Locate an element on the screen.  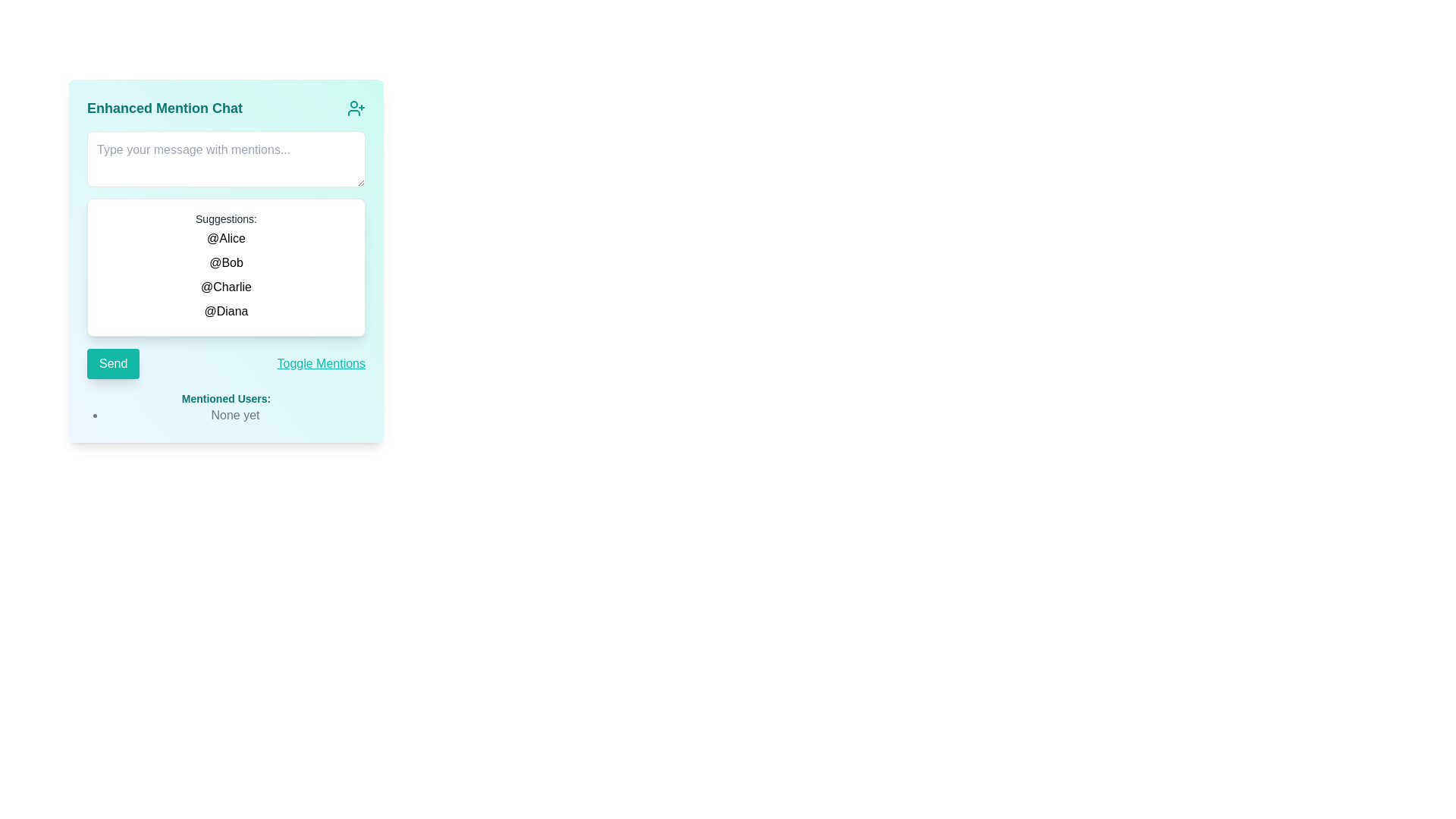
the text label 'Suggestions:' which is styled with a medium-size gray font and serves as a header for the items below it is located at coordinates (225, 219).